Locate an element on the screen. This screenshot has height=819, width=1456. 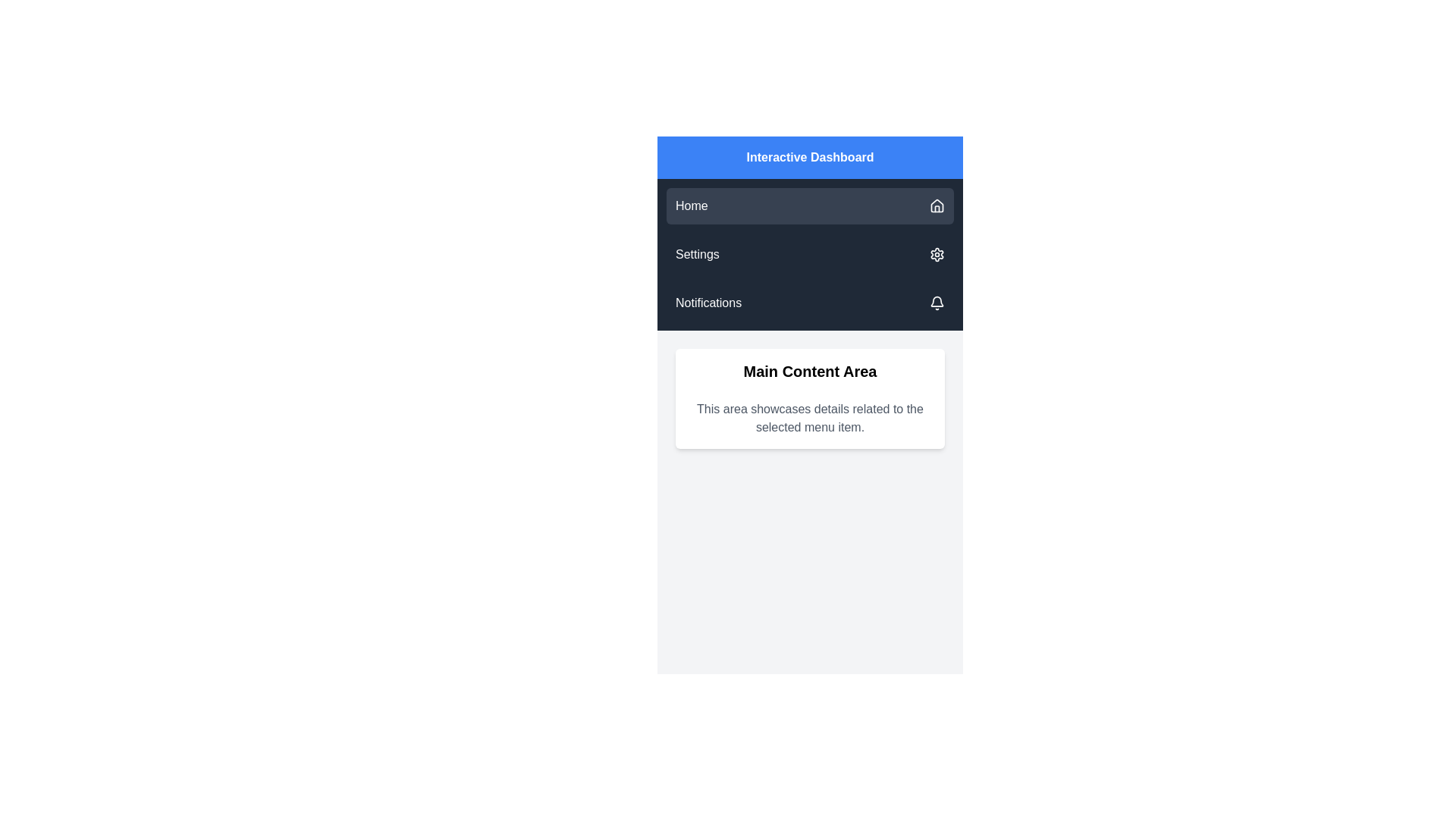
the gear-shaped icon located in the vertical menu next to the 'Settings' text label is located at coordinates (937, 253).